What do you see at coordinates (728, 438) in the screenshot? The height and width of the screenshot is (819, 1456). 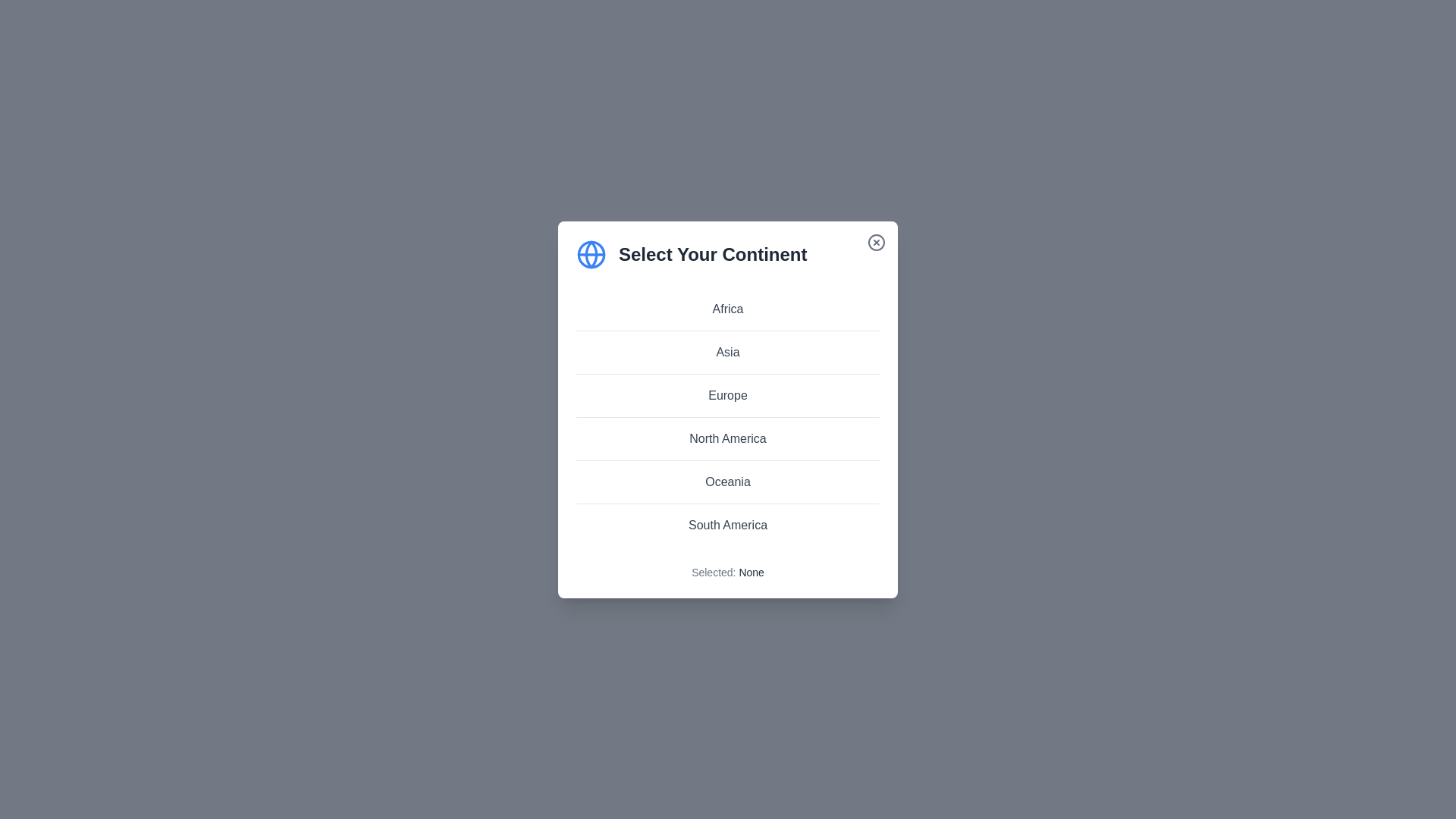 I see `the continent North America from the list` at bounding box center [728, 438].